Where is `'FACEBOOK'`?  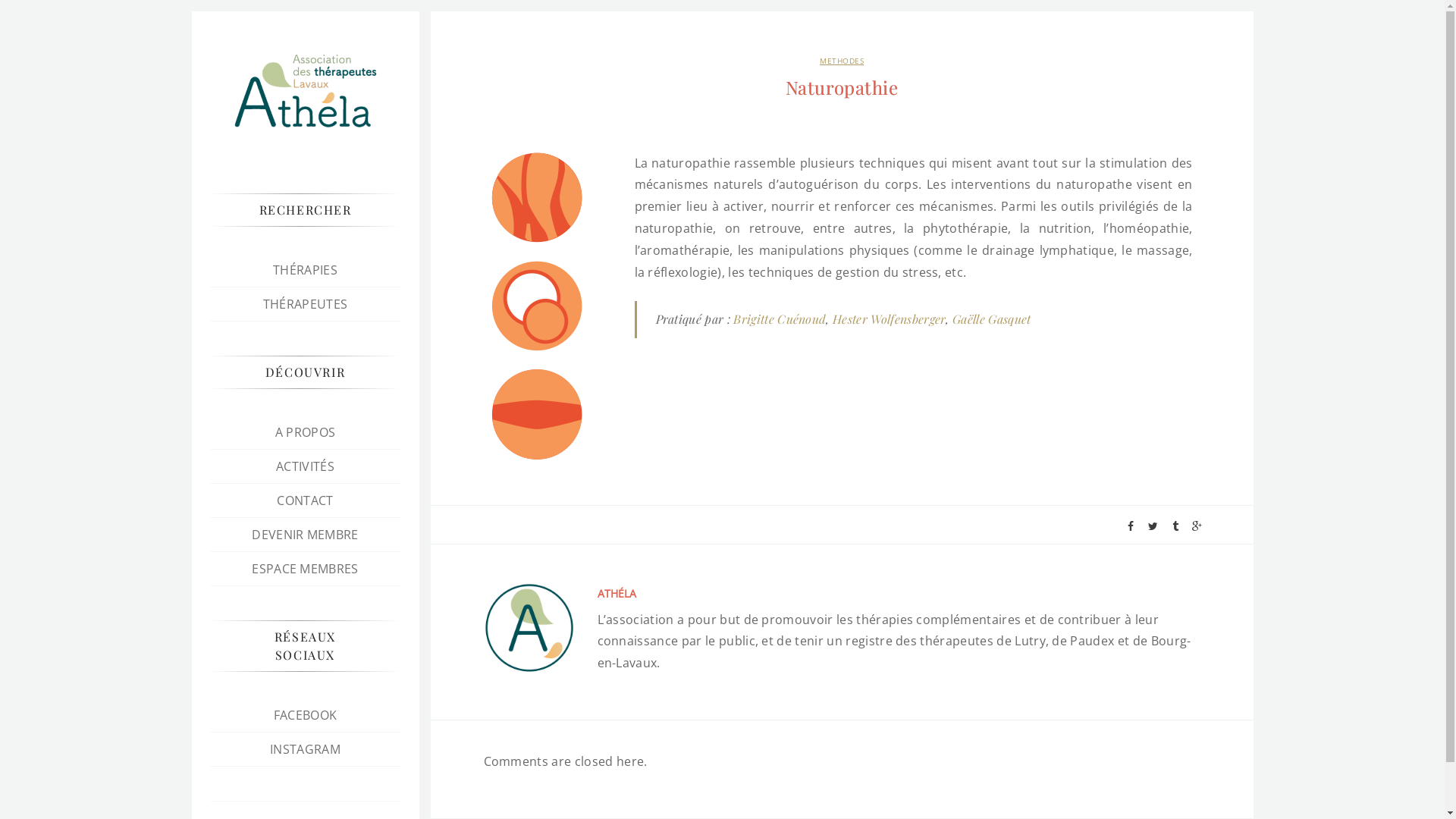 'FACEBOOK' is located at coordinates (273, 714).